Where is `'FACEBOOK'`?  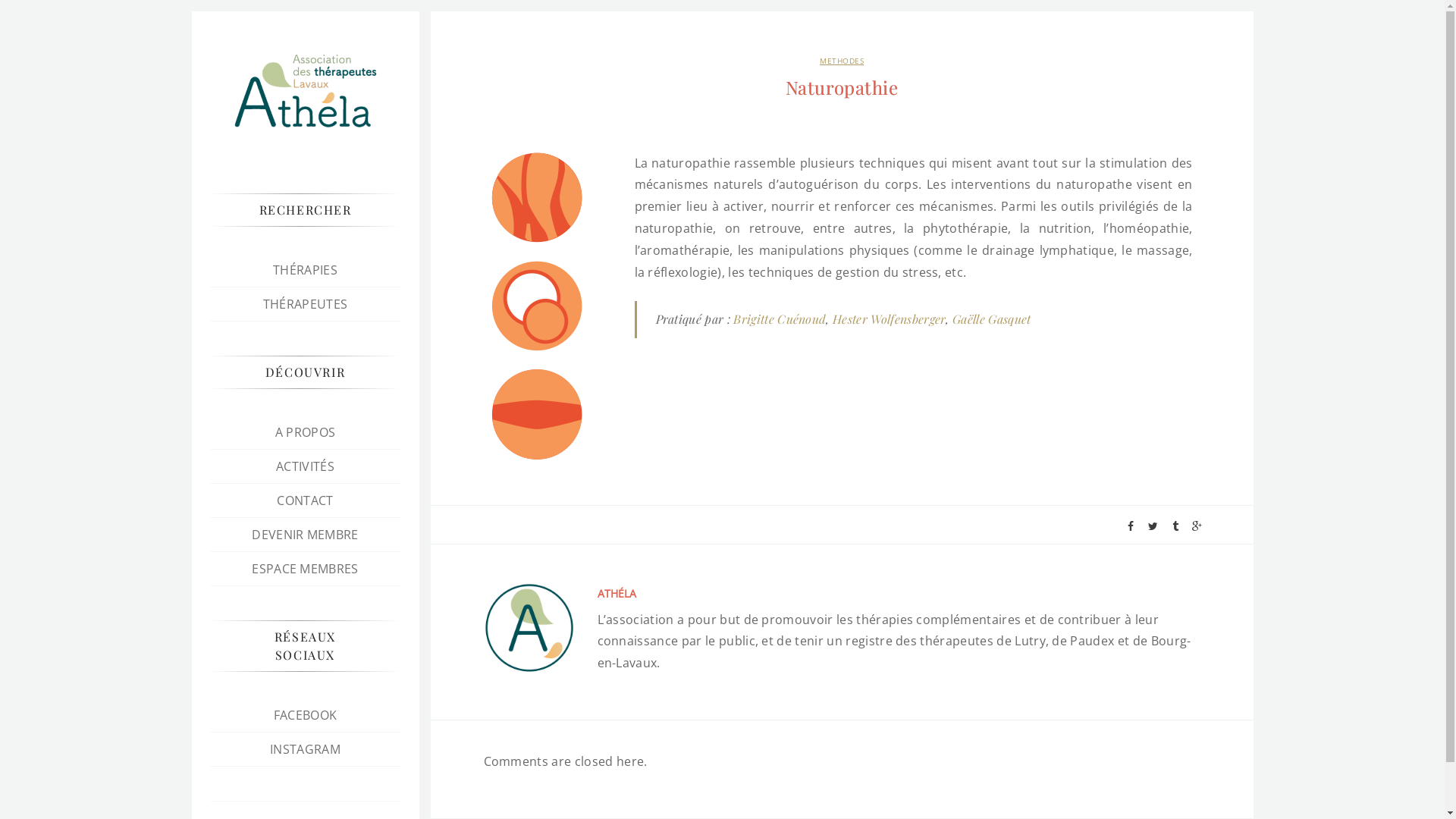 'FACEBOOK' is located at coordinates (273, 714).